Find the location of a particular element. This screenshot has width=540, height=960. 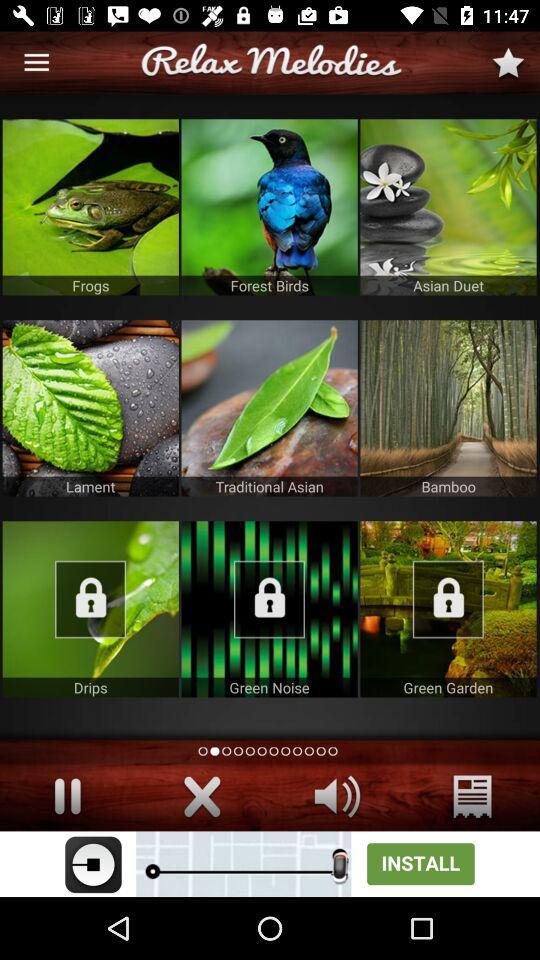

install uber app is located at coordinates (270, 863).